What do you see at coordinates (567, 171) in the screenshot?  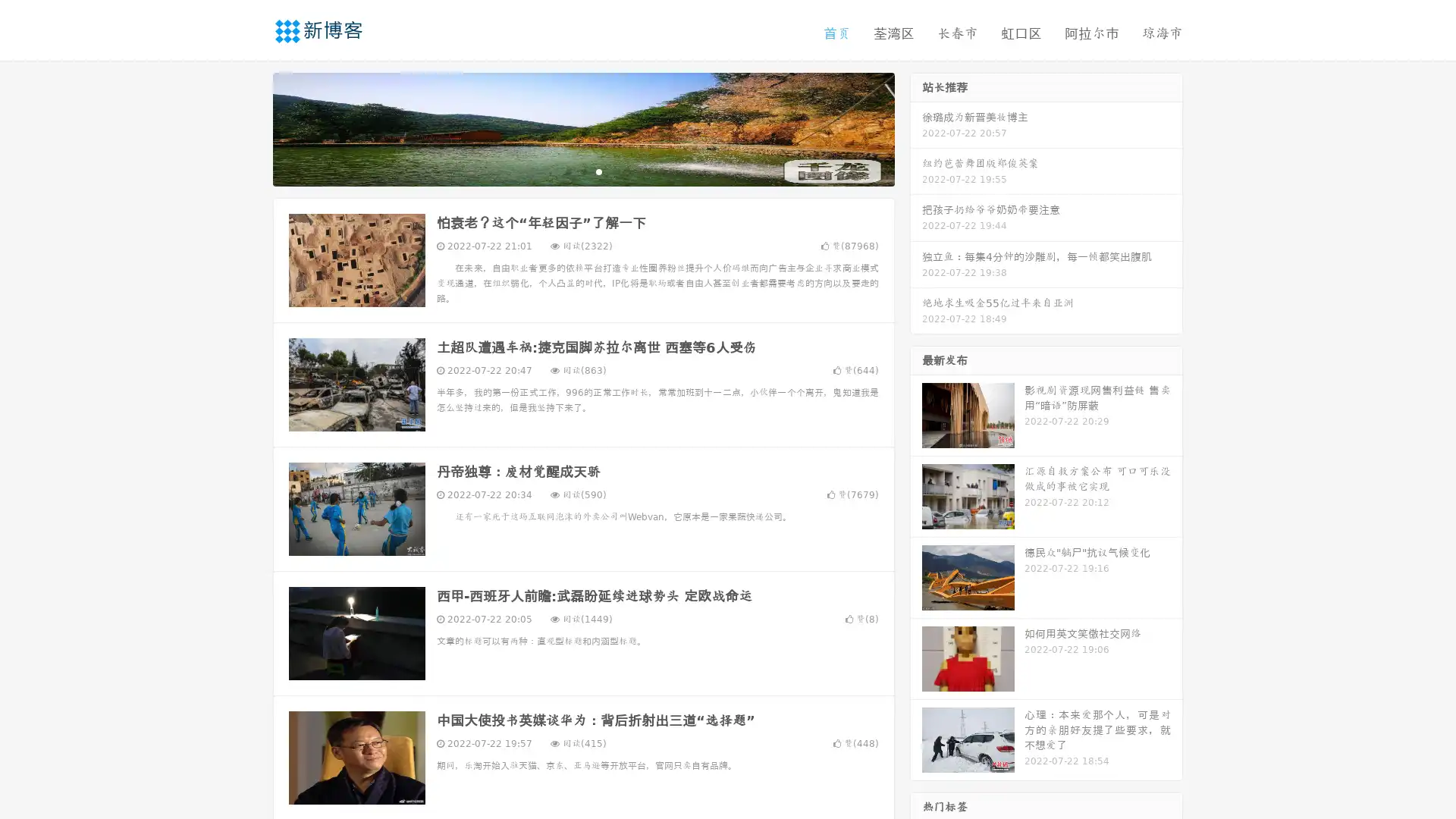 I see `Go to slide 1` at bounding box center [567, 171].